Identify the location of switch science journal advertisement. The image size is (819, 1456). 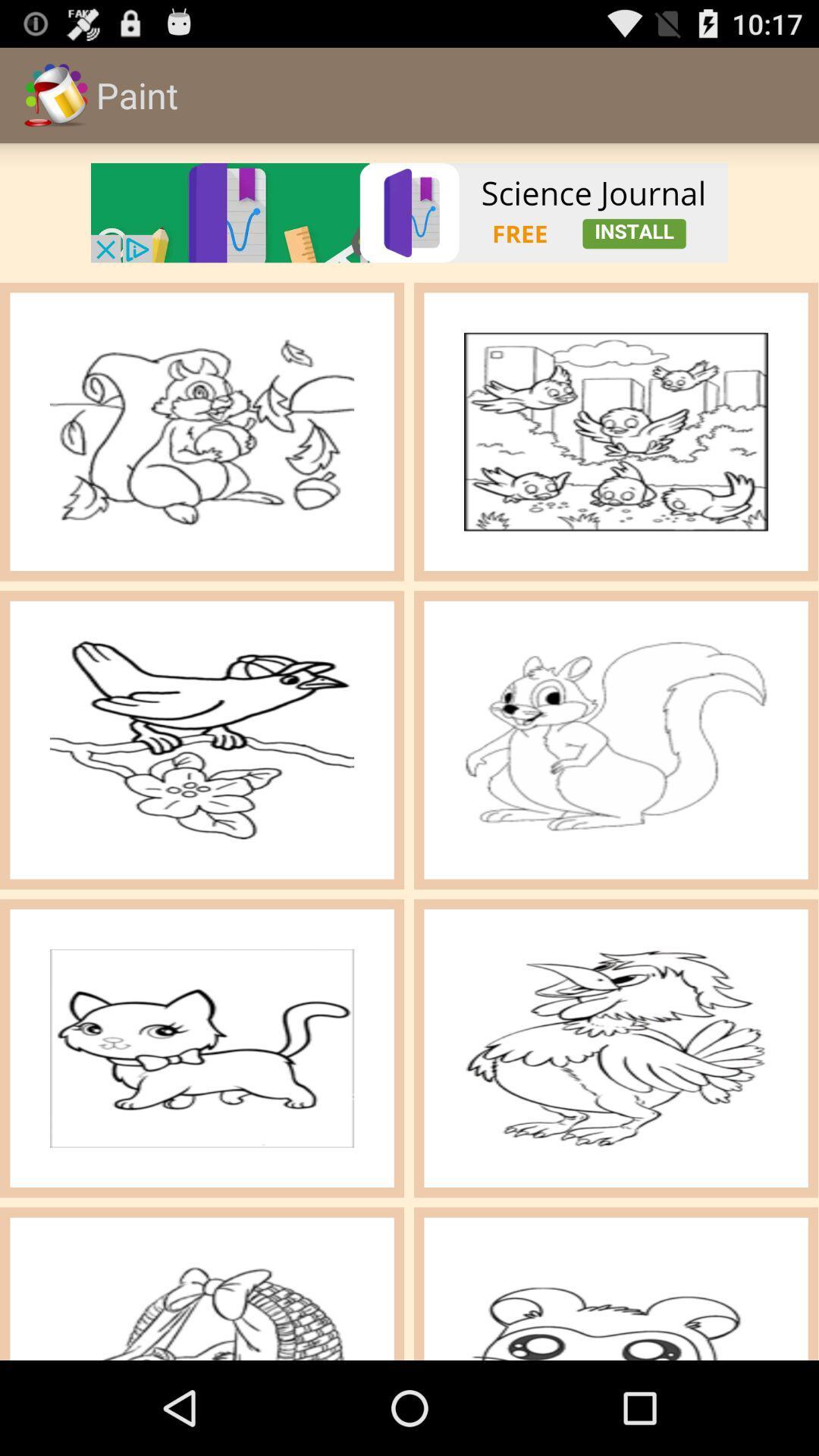
(409, 212).